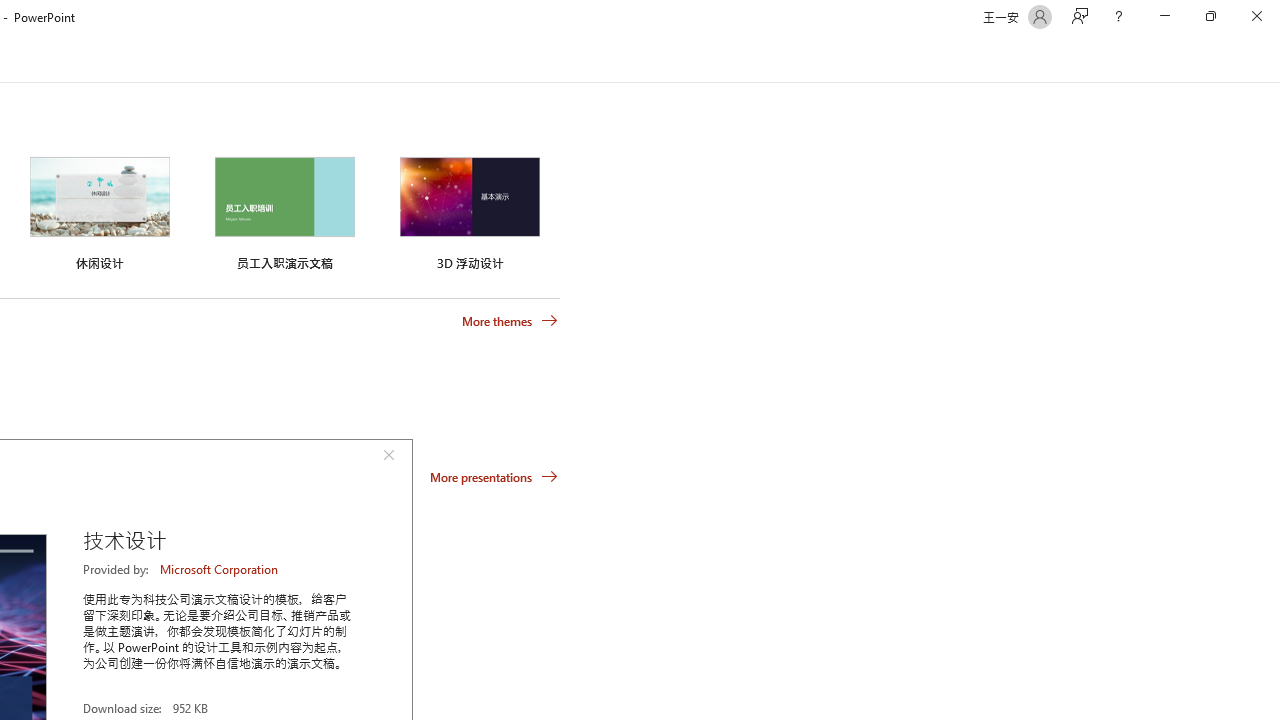  What do you see at coordinates (510, 320) in the screenshot?
I see `'More themes'` at bounding box center [510, 320].